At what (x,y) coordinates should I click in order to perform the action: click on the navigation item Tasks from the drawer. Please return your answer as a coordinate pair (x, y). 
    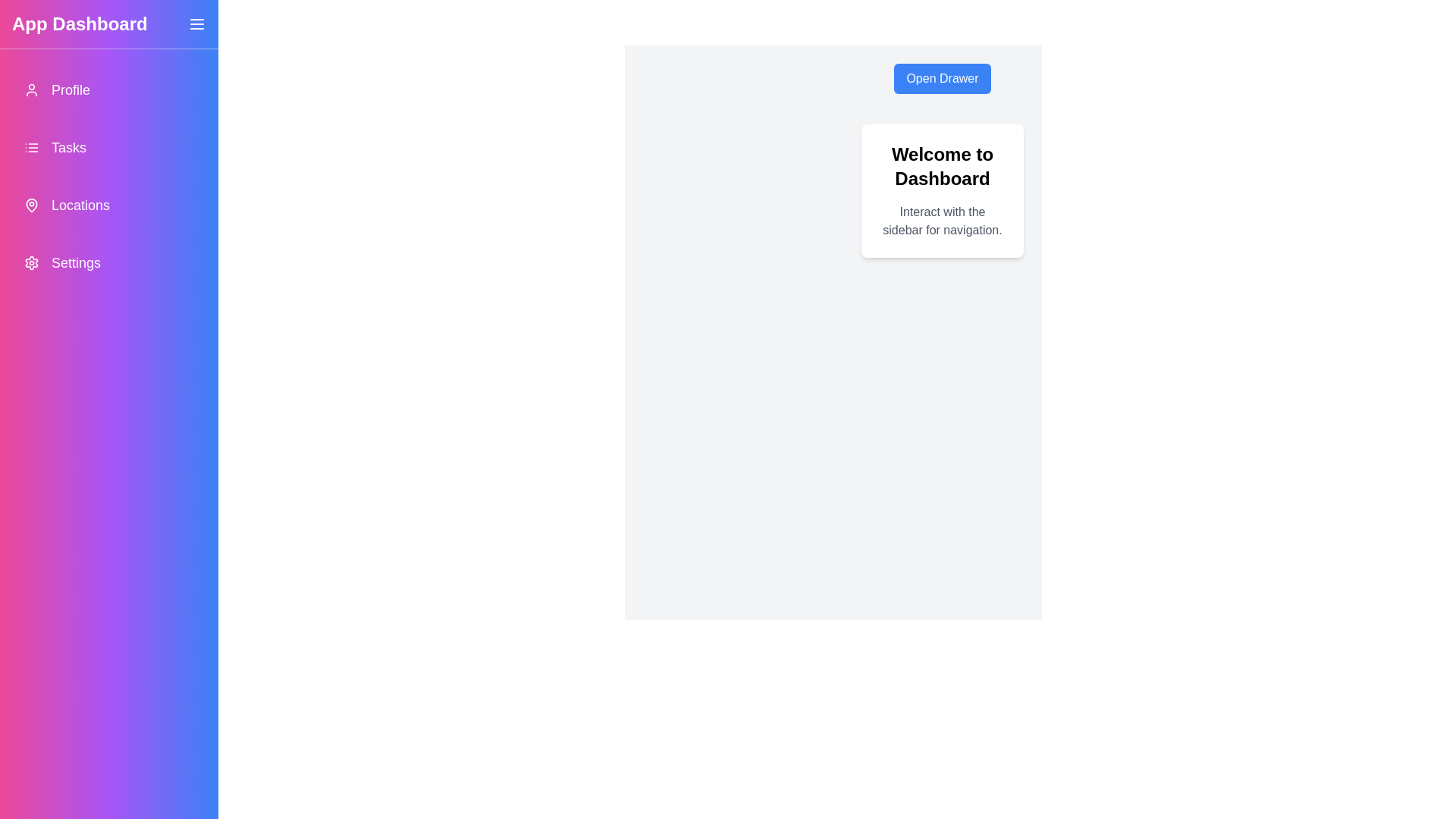
    Looking at the image, I should click on (108, 148).